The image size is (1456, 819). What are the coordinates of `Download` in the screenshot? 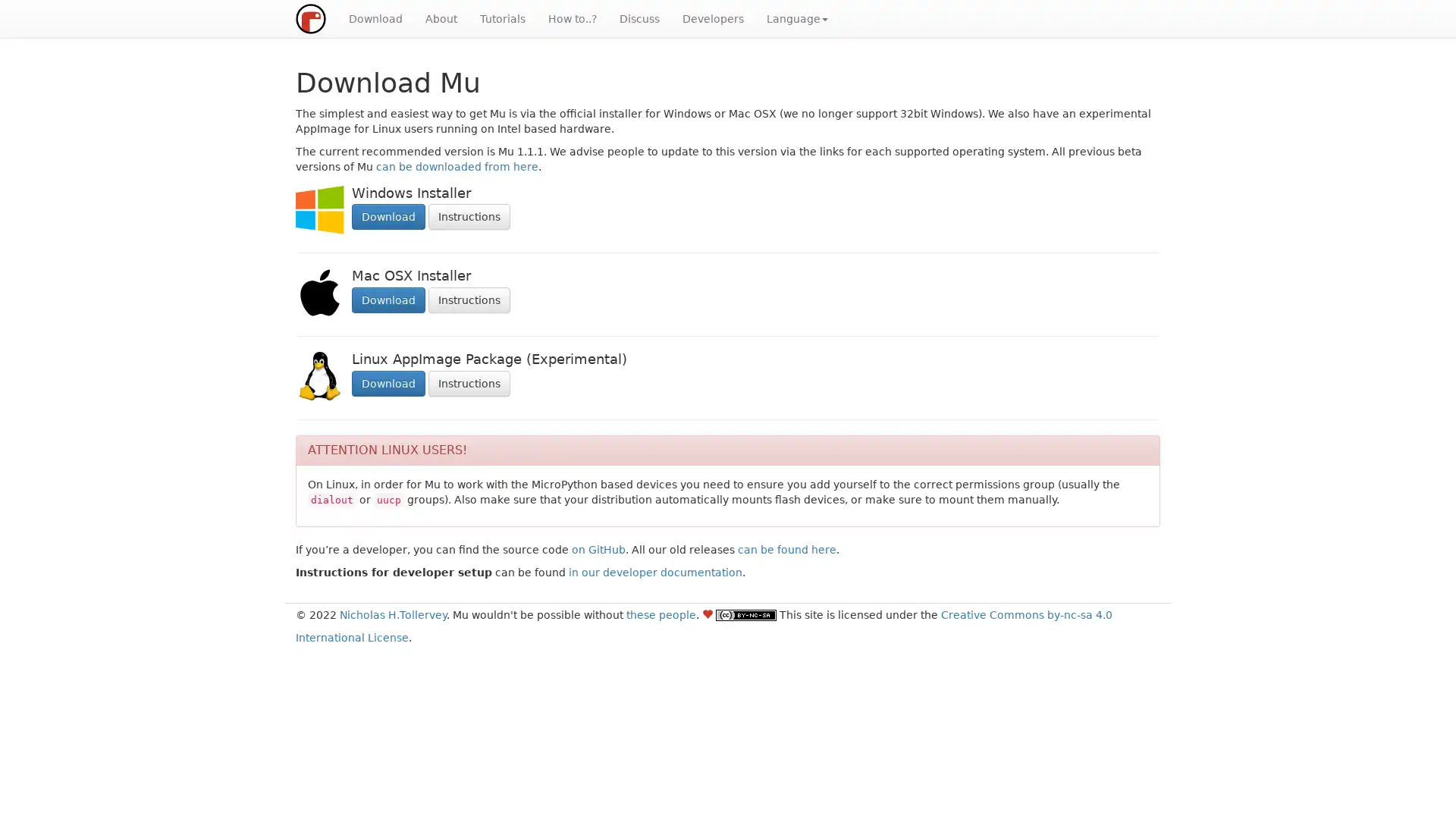 It's located at (388, 300).